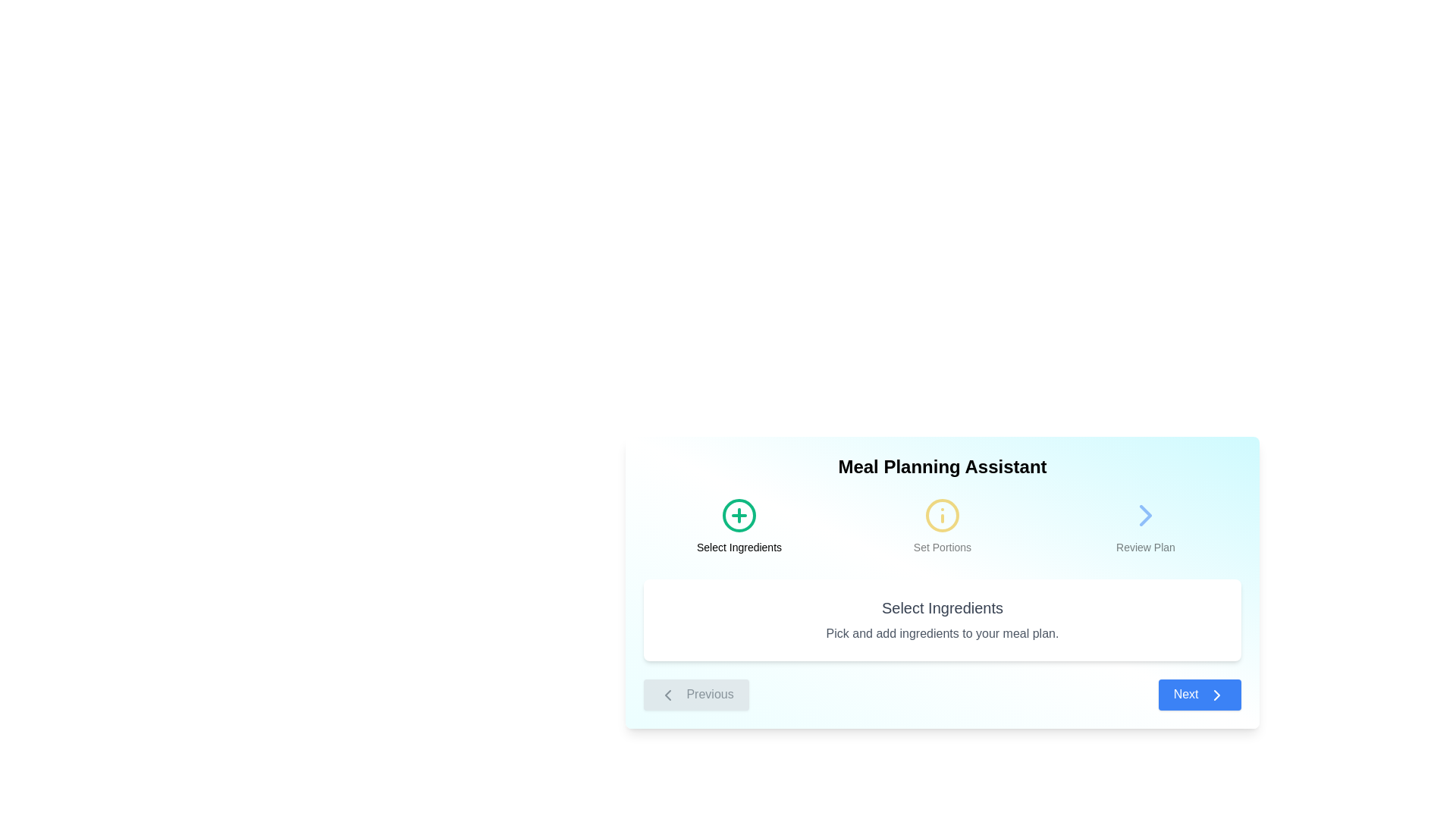  What do you see at coordinates (1216, 694) in the screenshot?
I see `the Icon indicating the action associated with the 'Next' button, which suggests forward navigation and is positioned at the far-right of the blue 'Next' button` at bounding box center [1216, 694].